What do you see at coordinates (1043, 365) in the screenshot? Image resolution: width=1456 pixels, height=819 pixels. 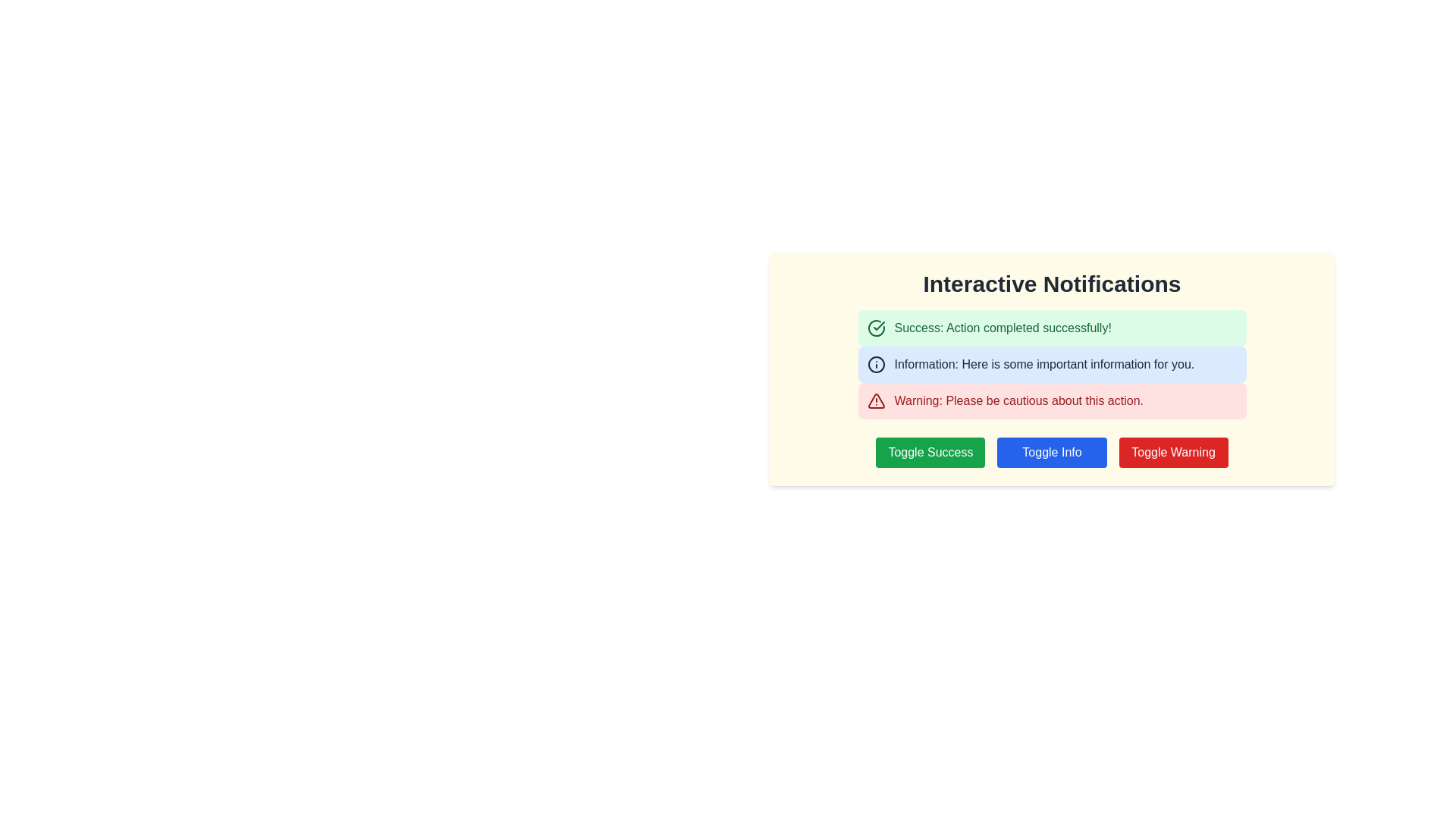 I see `the static text element displaying 'Information: Here is some important information for you.' within the informational notification bar, which has a light blue background and rounded borders` at bounding box center [1043, 365].